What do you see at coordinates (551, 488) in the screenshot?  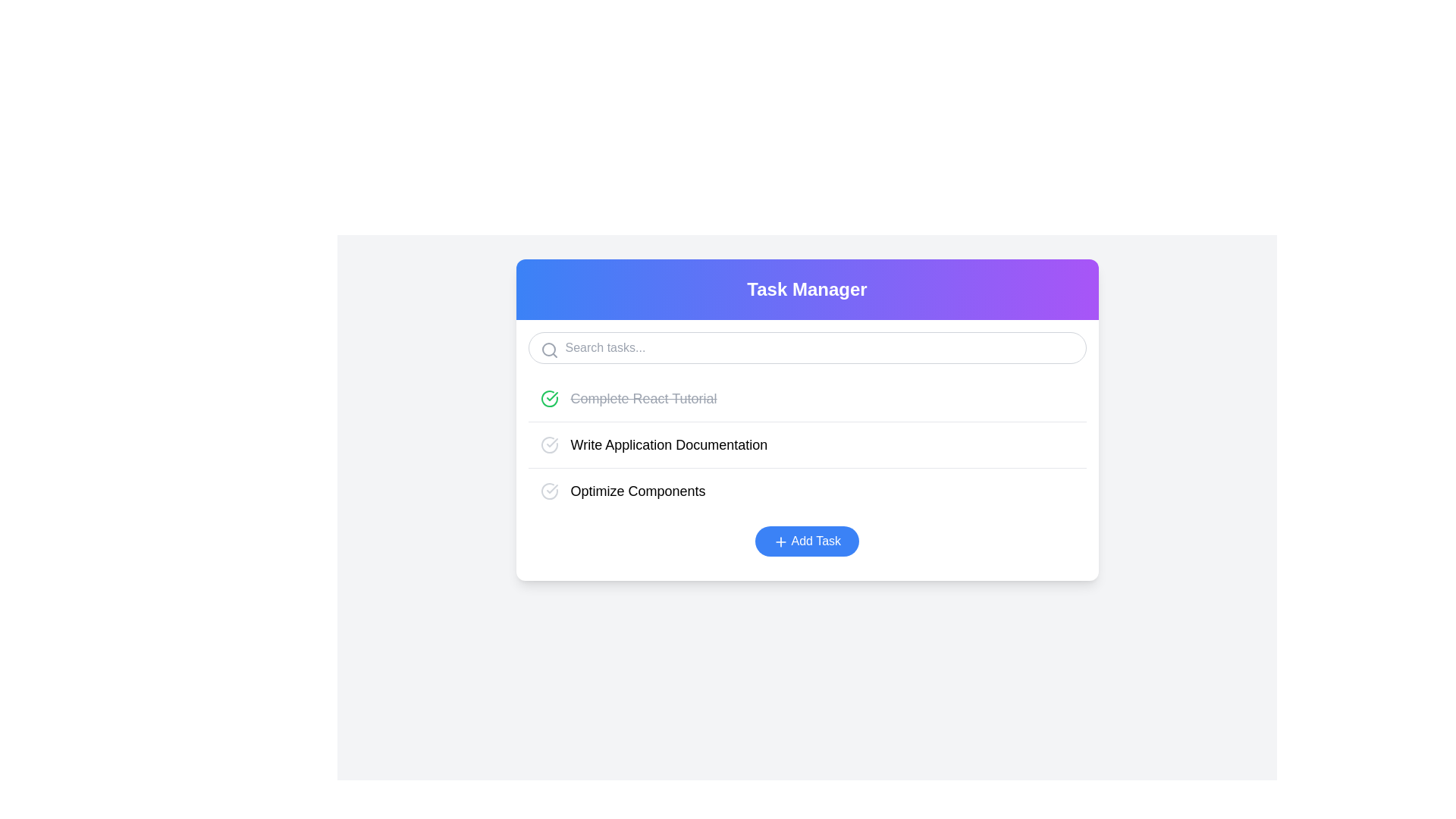 I see `the thin check-mark icon located within the second task indicator, which is below the green check icon and to the left of 'Write Application Documentation'` at bounding box center [551, 488].